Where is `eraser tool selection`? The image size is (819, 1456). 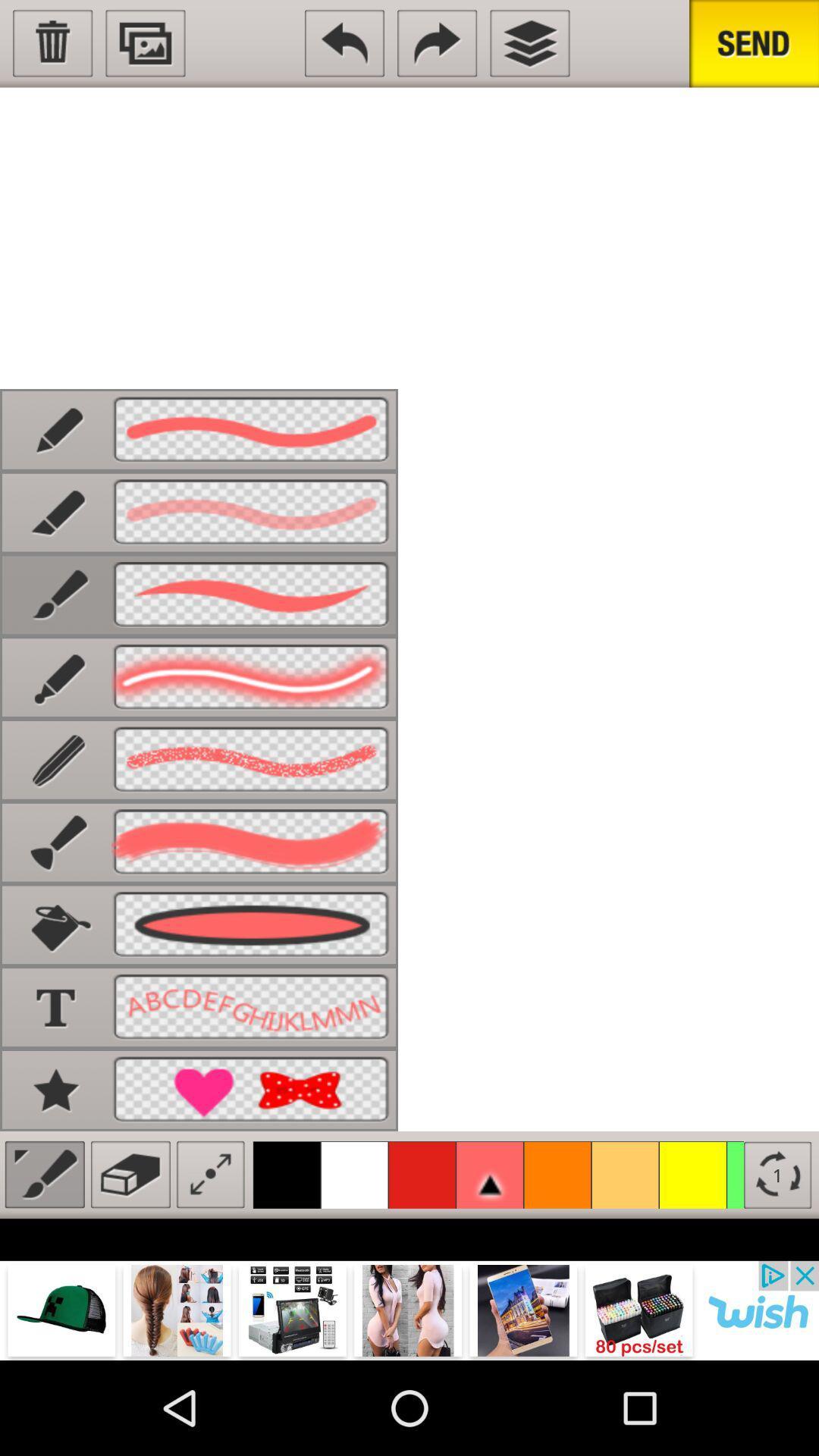 eraser tool selection is located at coordinates (130, 1174).